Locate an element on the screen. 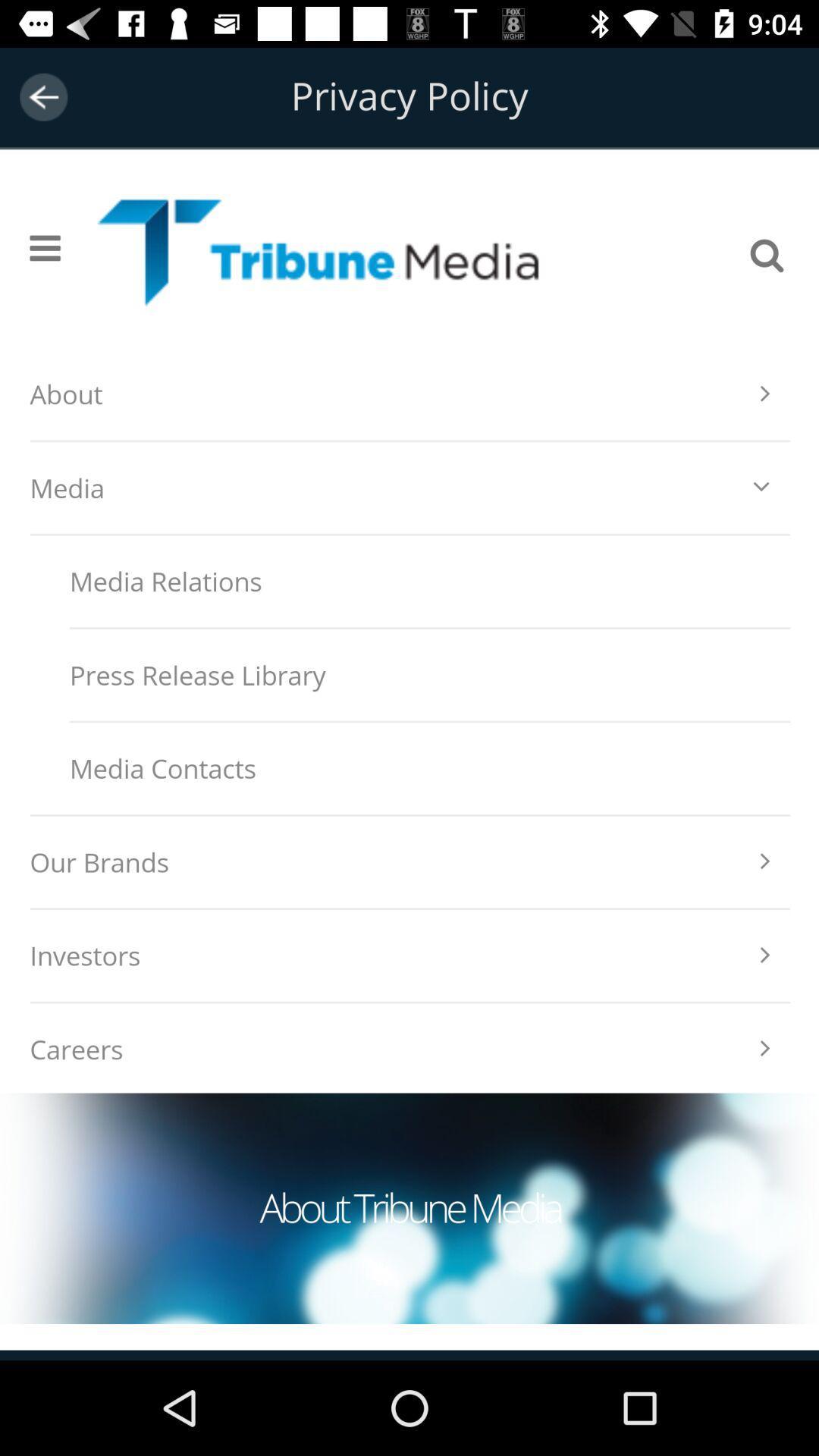 The width and height of the screenshot is (819, 1456). the arrow_backward icon is located at coordinates (42, 96).